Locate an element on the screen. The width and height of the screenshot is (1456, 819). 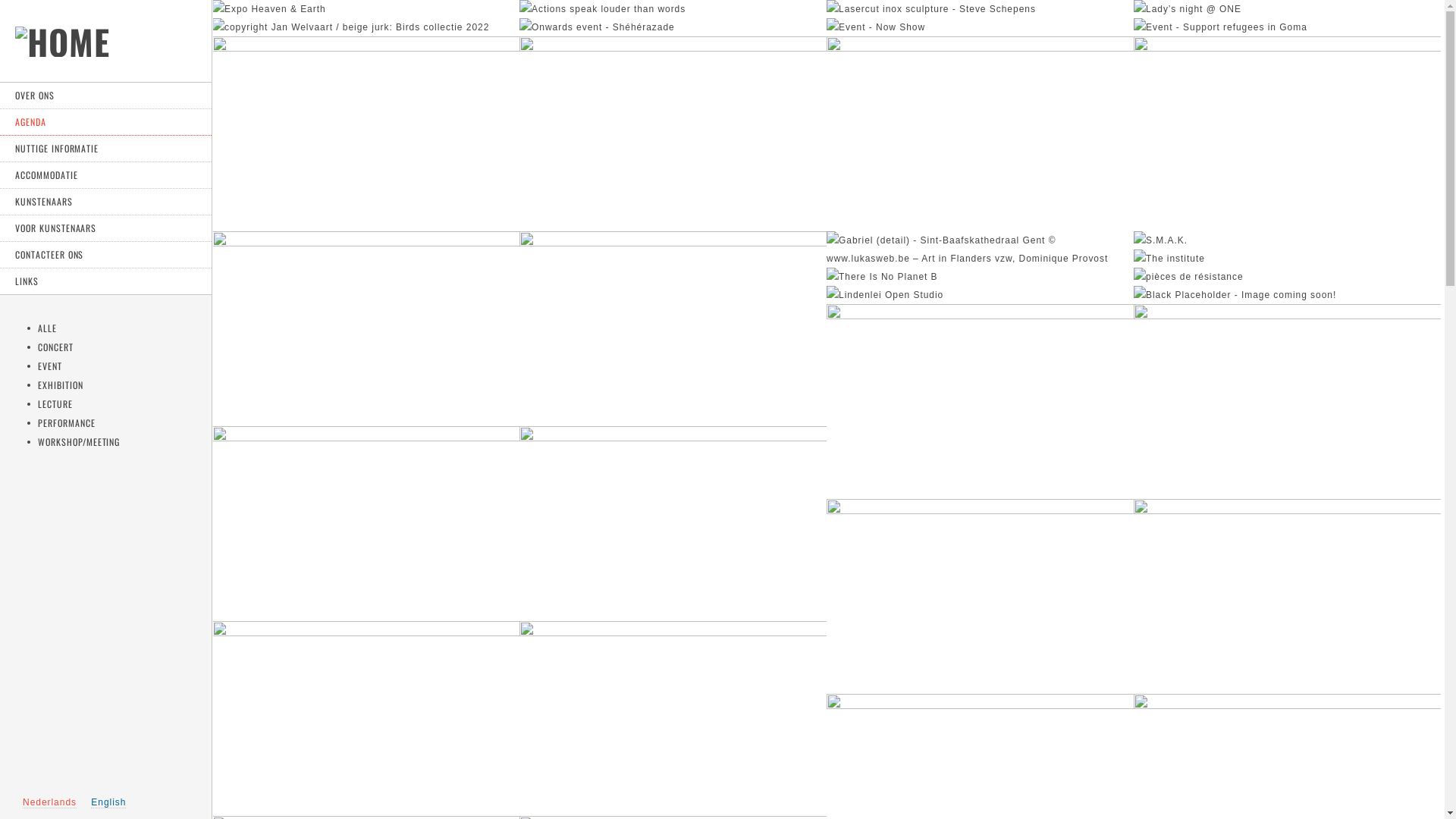
'ALLE' is located at coordinates (47, 327).